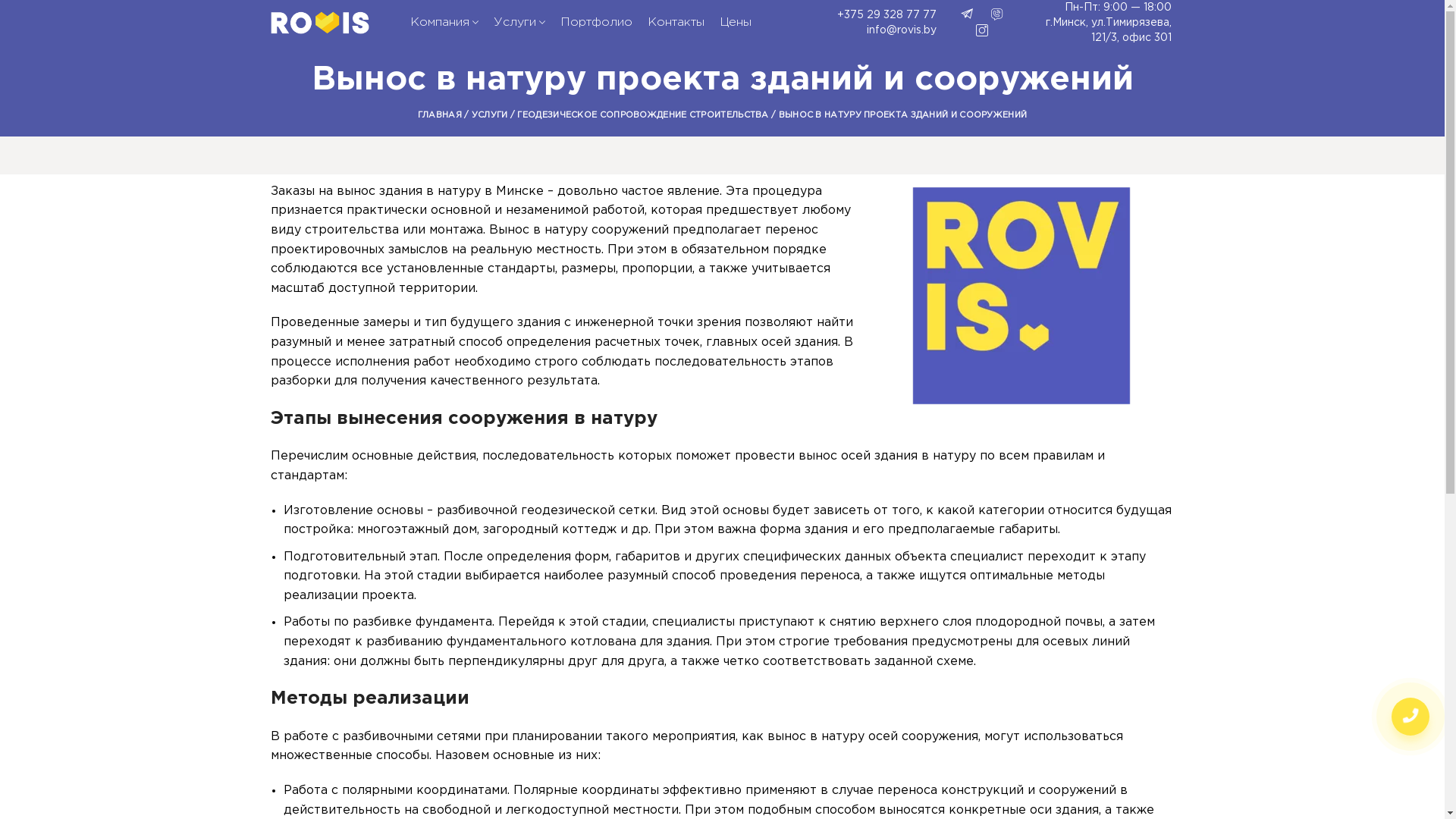 This screenshot has width=1456, height=819. What do you see at coordinates (982, 30) in the screenshot?
I see `'instagram'` at bounding box center [982, 30].